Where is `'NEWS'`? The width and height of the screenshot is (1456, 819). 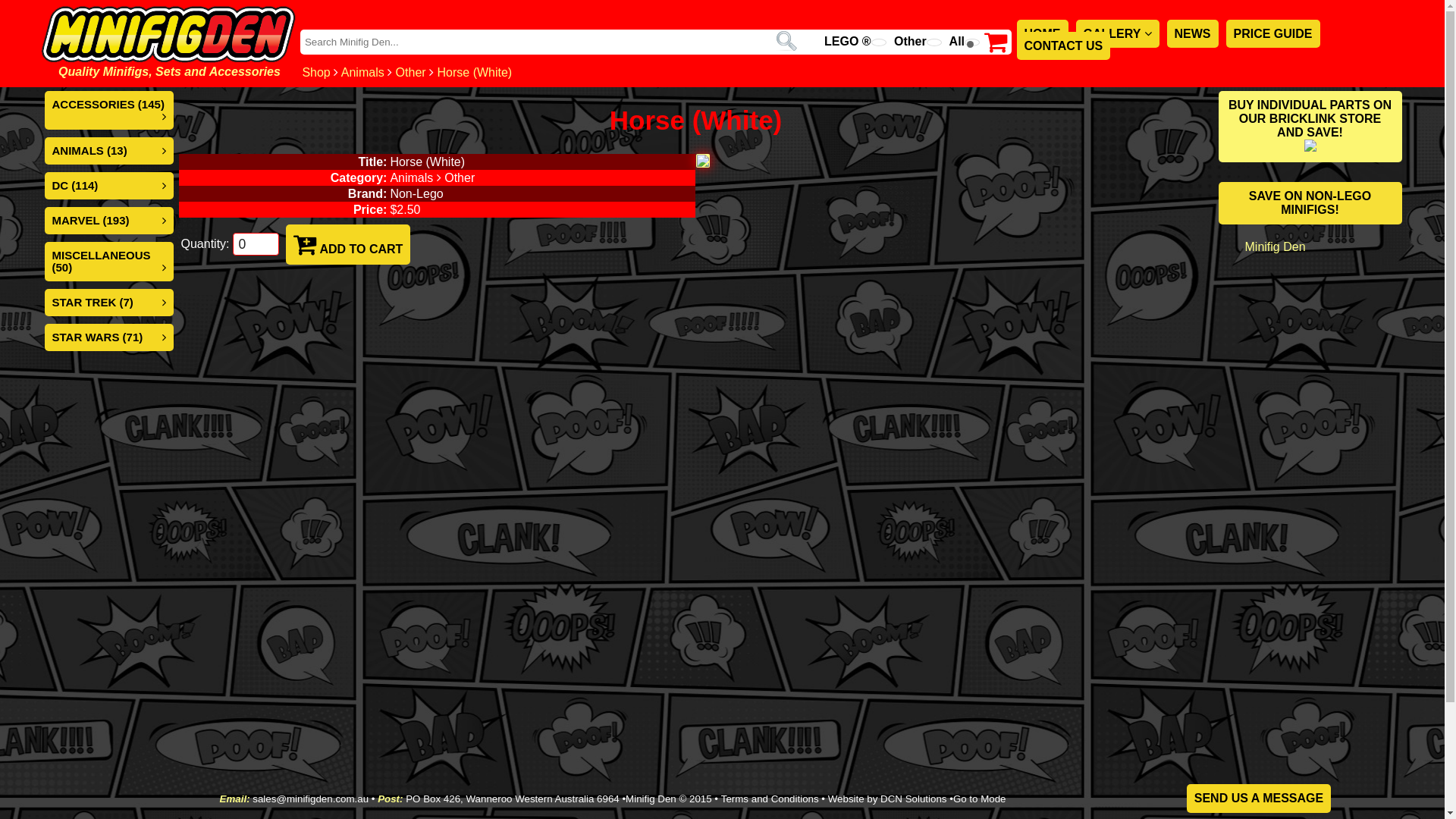
'NEWS' is located at coordinates (1192, 33).